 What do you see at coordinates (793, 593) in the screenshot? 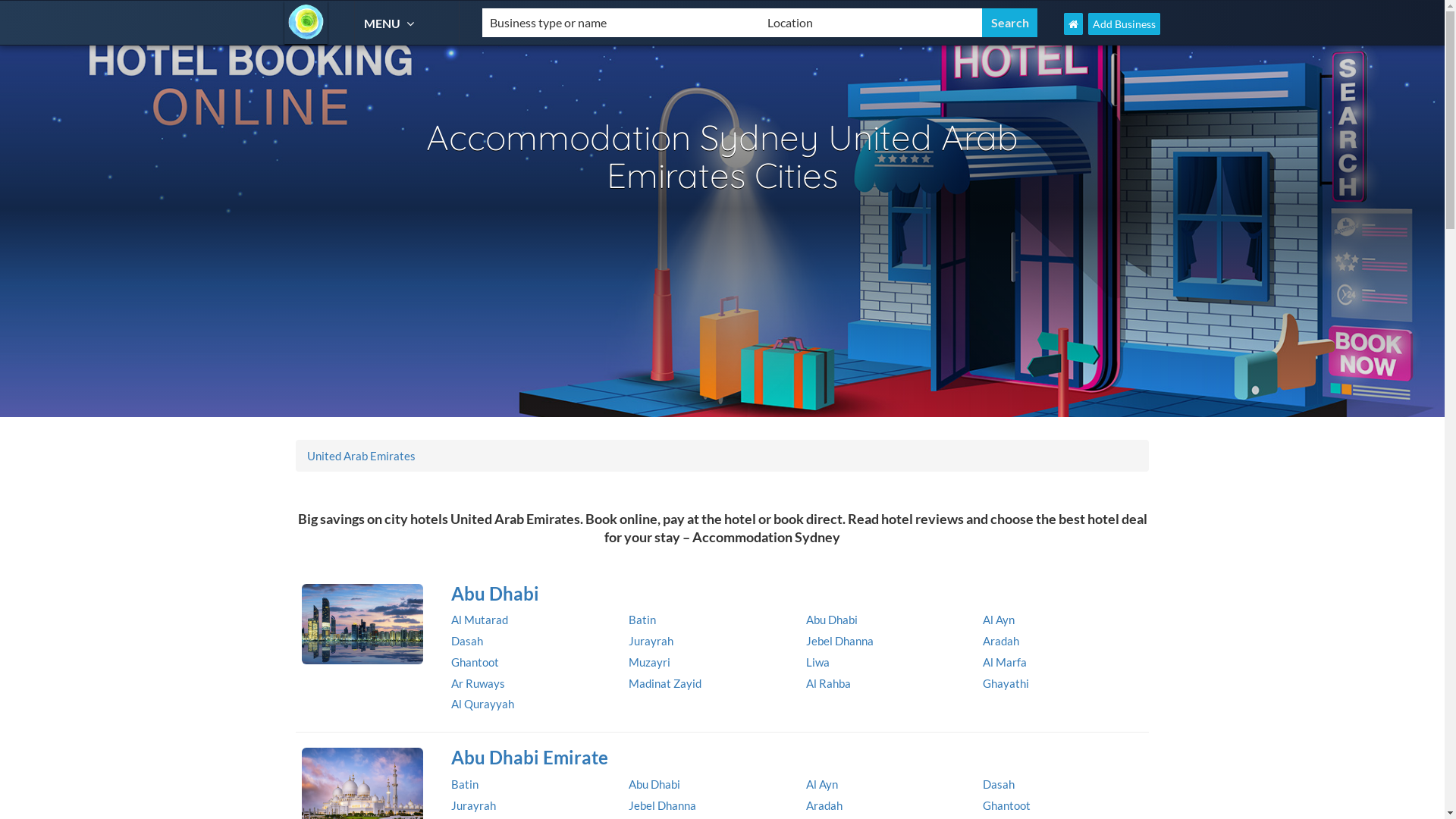
I see `'Abu Dhabi'` at bounding box center [793, 593].